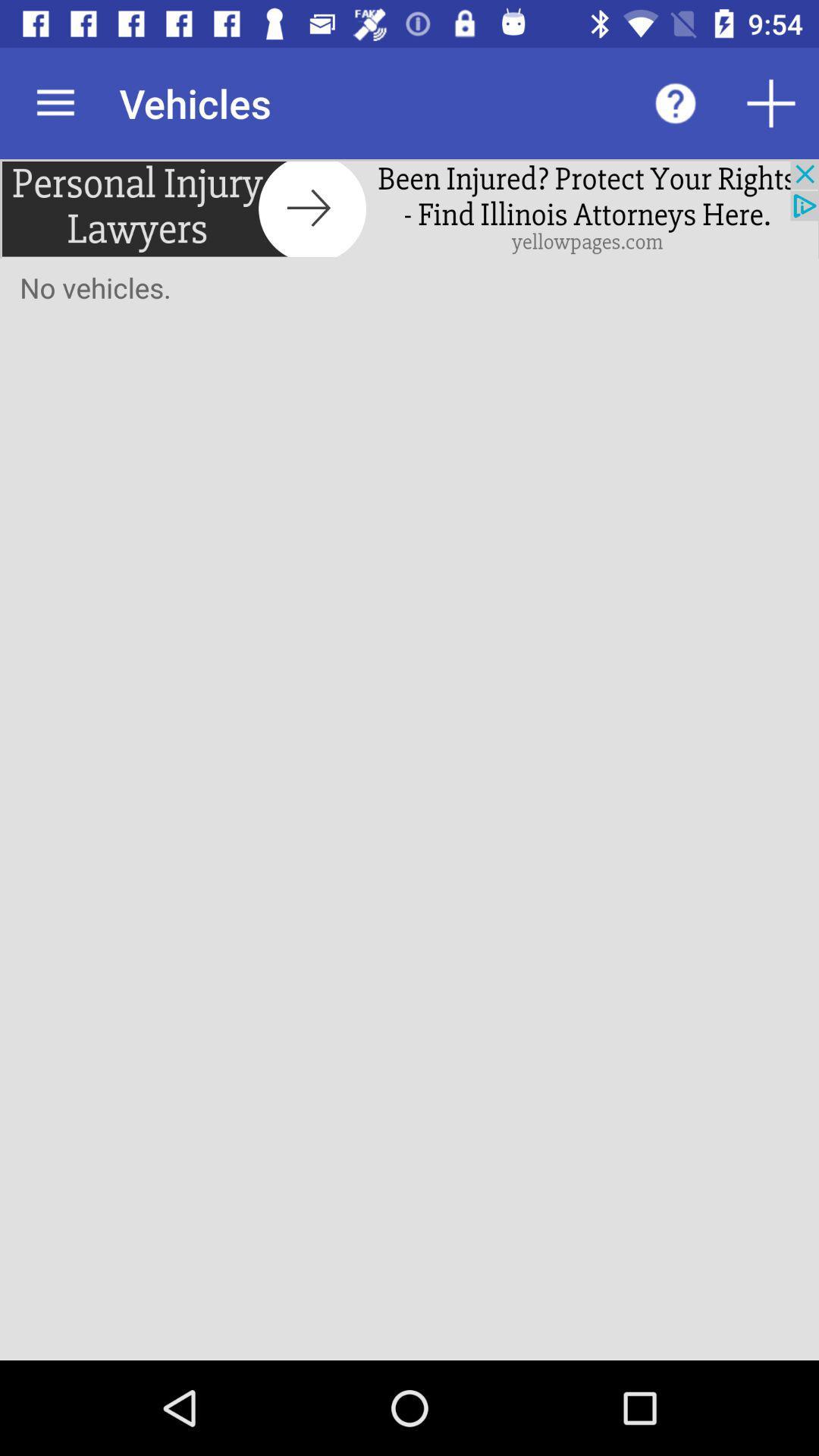 This screenshot has width=819, height=1456. What do you see at coordinates (771, 102) in the screenshot?
I see `item` at bounding box center [771, 102].